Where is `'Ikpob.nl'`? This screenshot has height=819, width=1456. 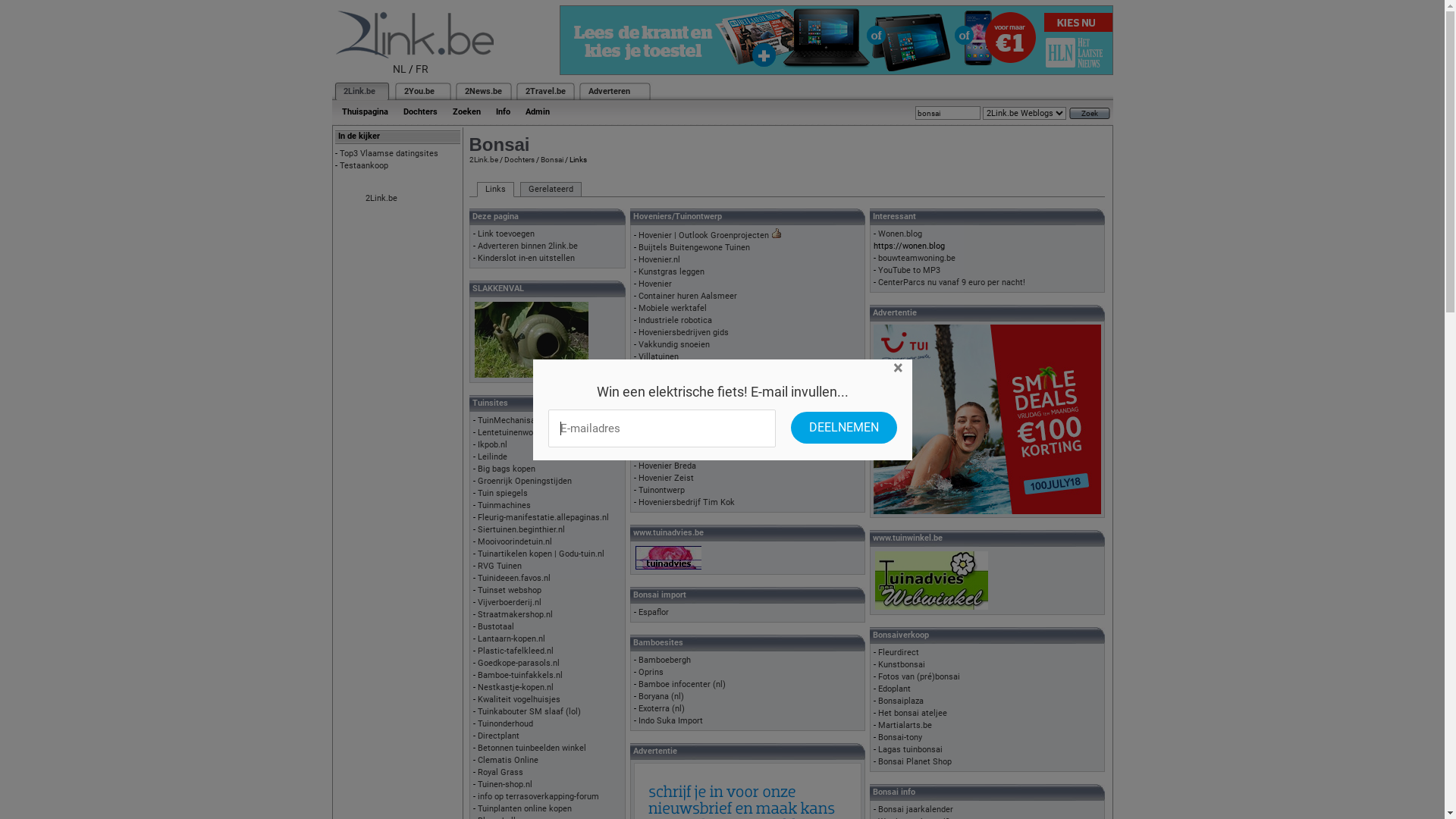 'Ikpob.nl' is located at coordinates (492, 444).